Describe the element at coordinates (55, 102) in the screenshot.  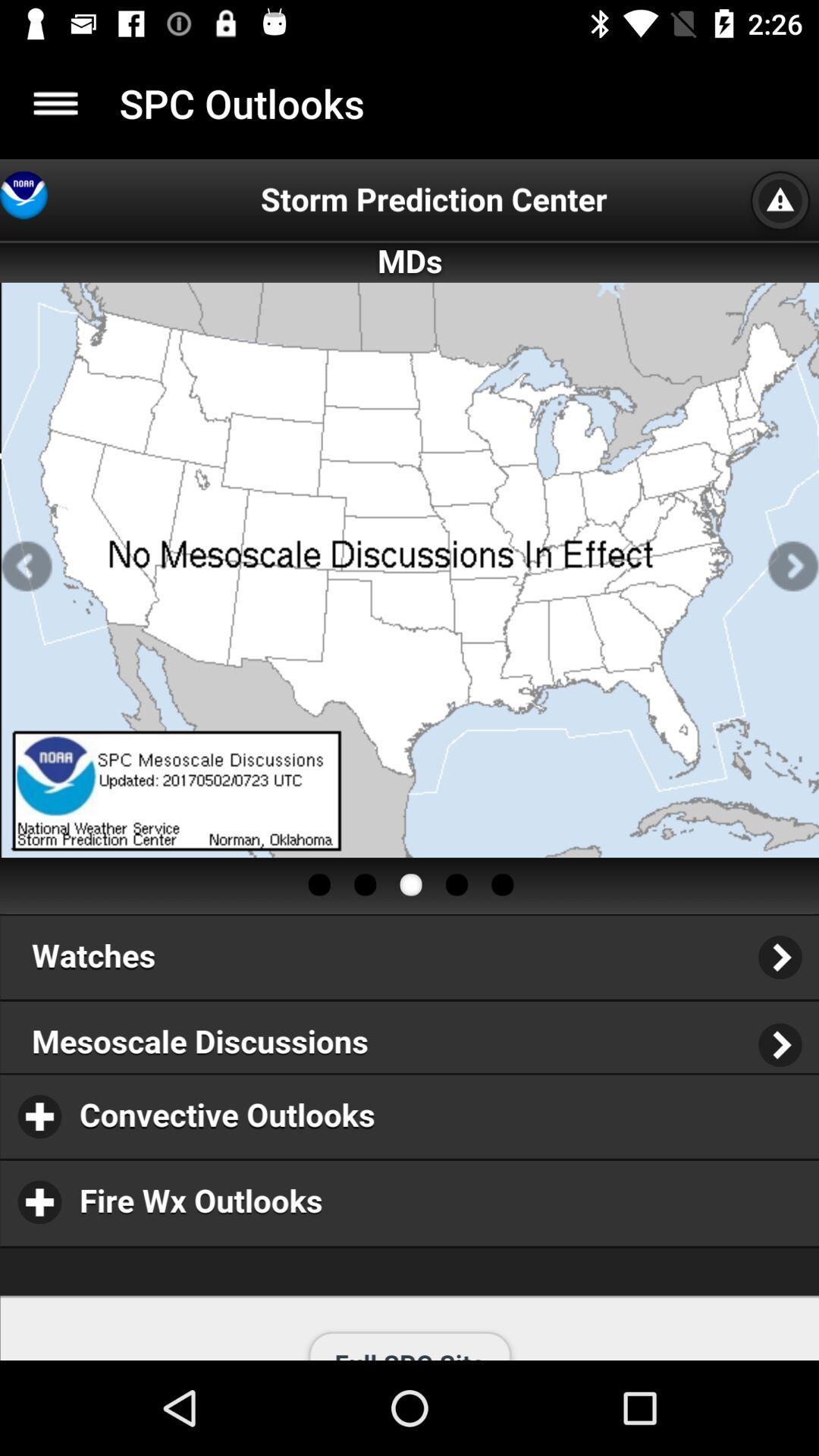
I see `item next to spc outlooks` at that location.